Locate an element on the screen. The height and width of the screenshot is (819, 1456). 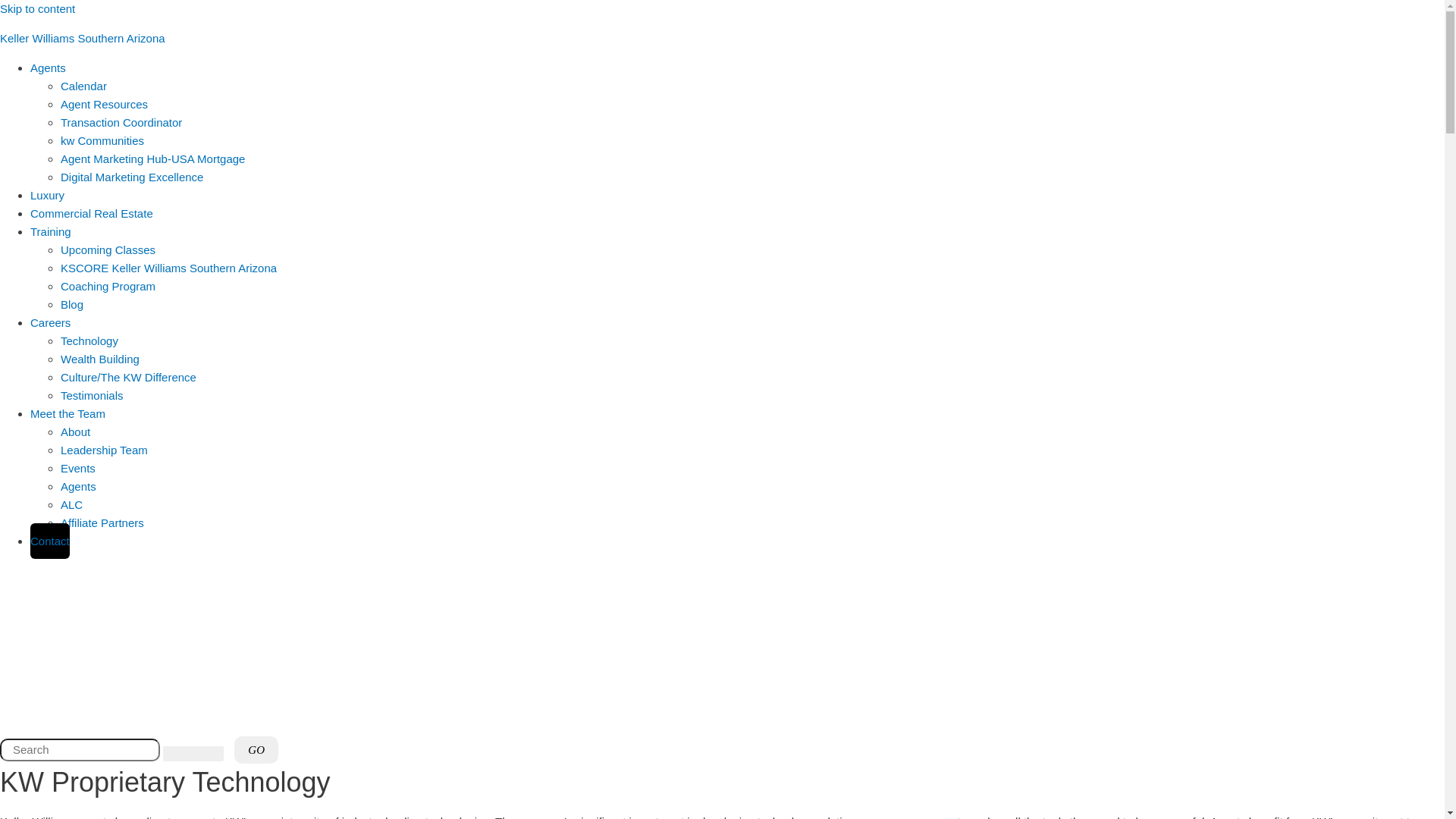
'Commercial Real Estate' is located at coordinates (90, 213).